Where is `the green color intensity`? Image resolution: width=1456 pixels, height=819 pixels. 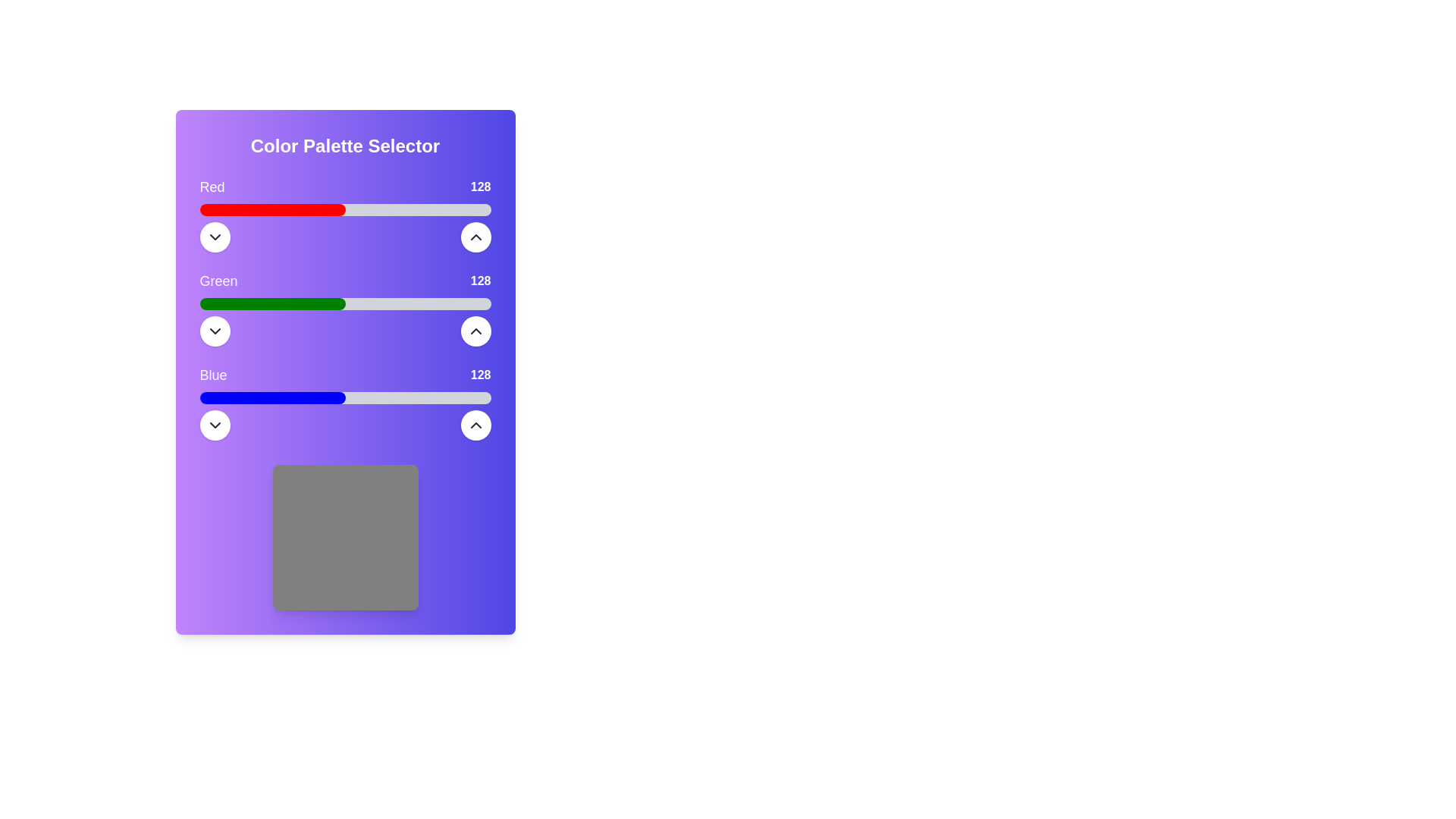
the green color intensity is located at coordinates (338, 304).